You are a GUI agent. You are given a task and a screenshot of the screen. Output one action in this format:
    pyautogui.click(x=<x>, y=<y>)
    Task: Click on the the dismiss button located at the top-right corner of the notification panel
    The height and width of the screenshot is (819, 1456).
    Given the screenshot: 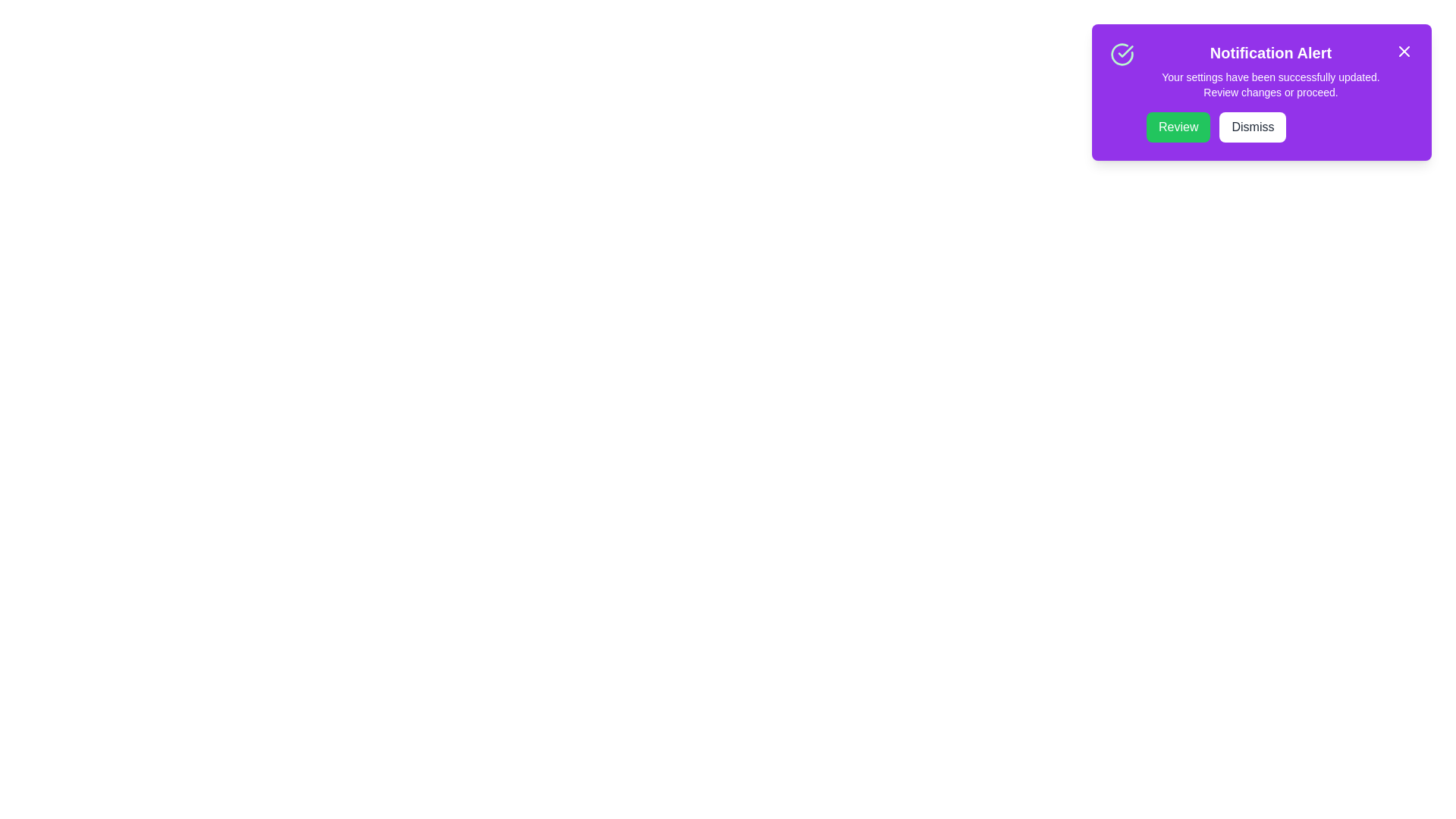 What is the action you would take?
    pyautogui.click(x=1253, y=127)
    